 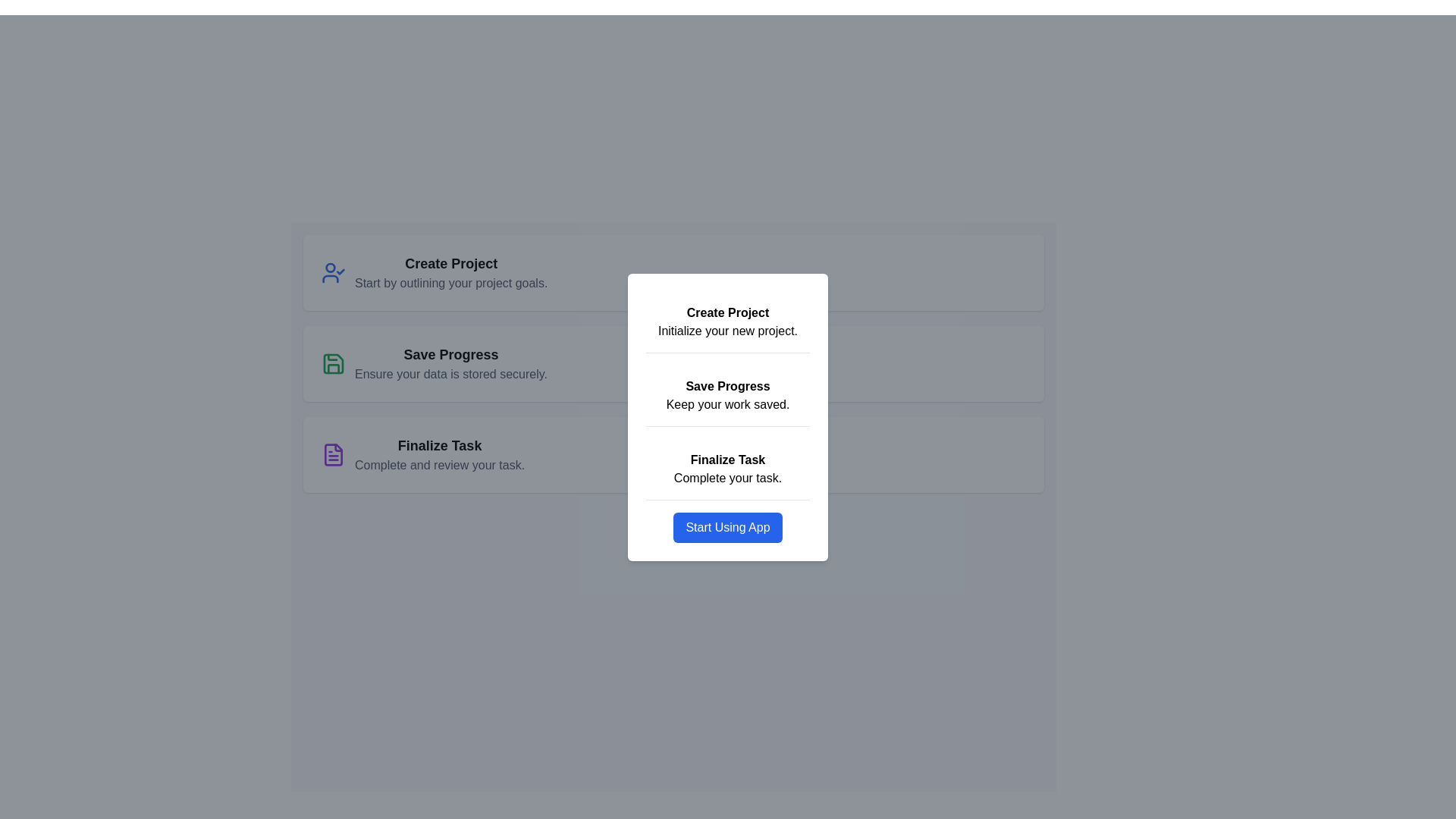 What do you see at coordinates (333, 271) in the screenshot?
I see `the 'Create Project' icon located in the topmost section of the options list, which visually aids the associated task` at bounding box center [333, 271].